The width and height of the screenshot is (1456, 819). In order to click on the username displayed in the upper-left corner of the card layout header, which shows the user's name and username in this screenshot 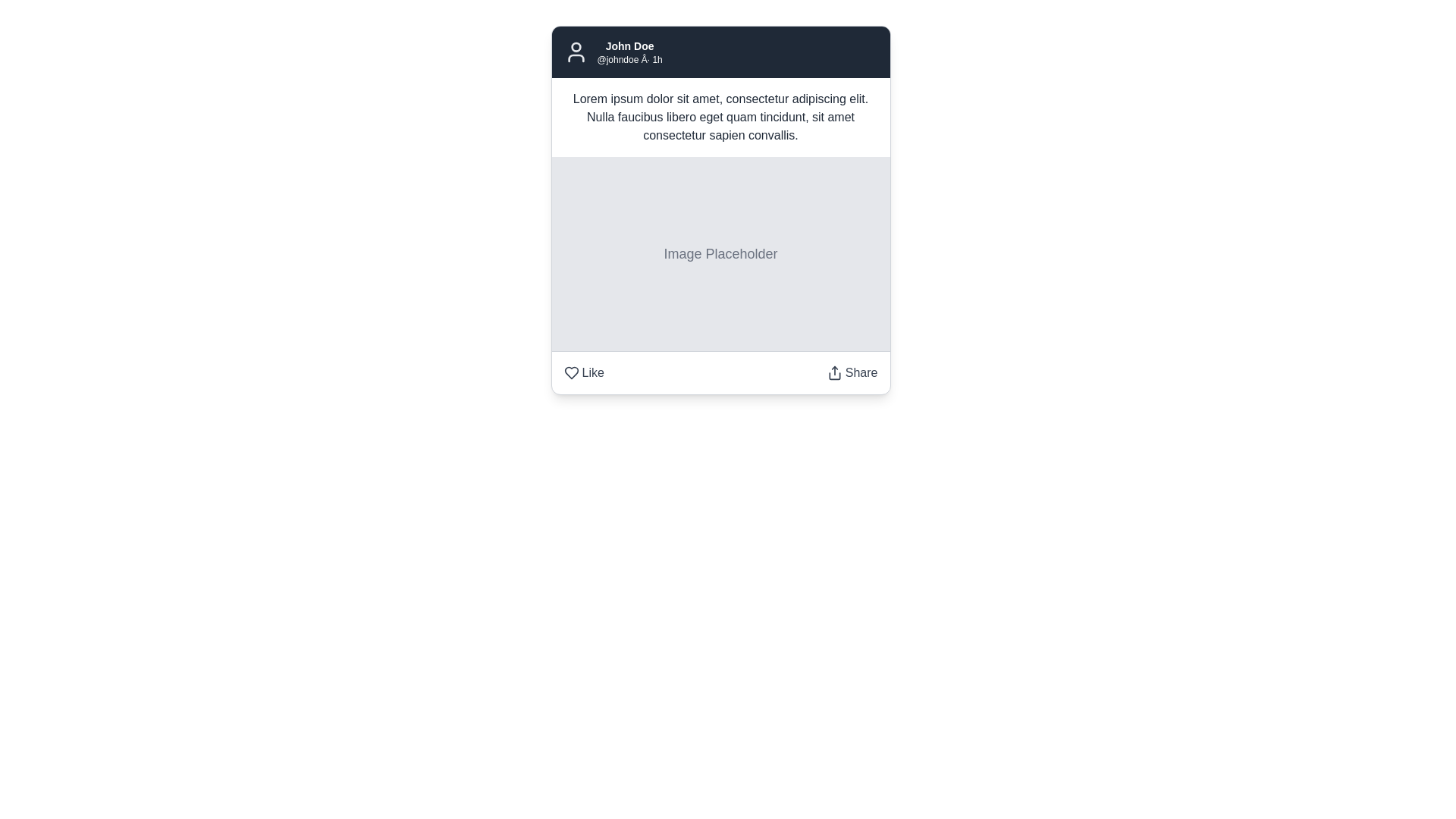, I will do `click(629, 52)`.